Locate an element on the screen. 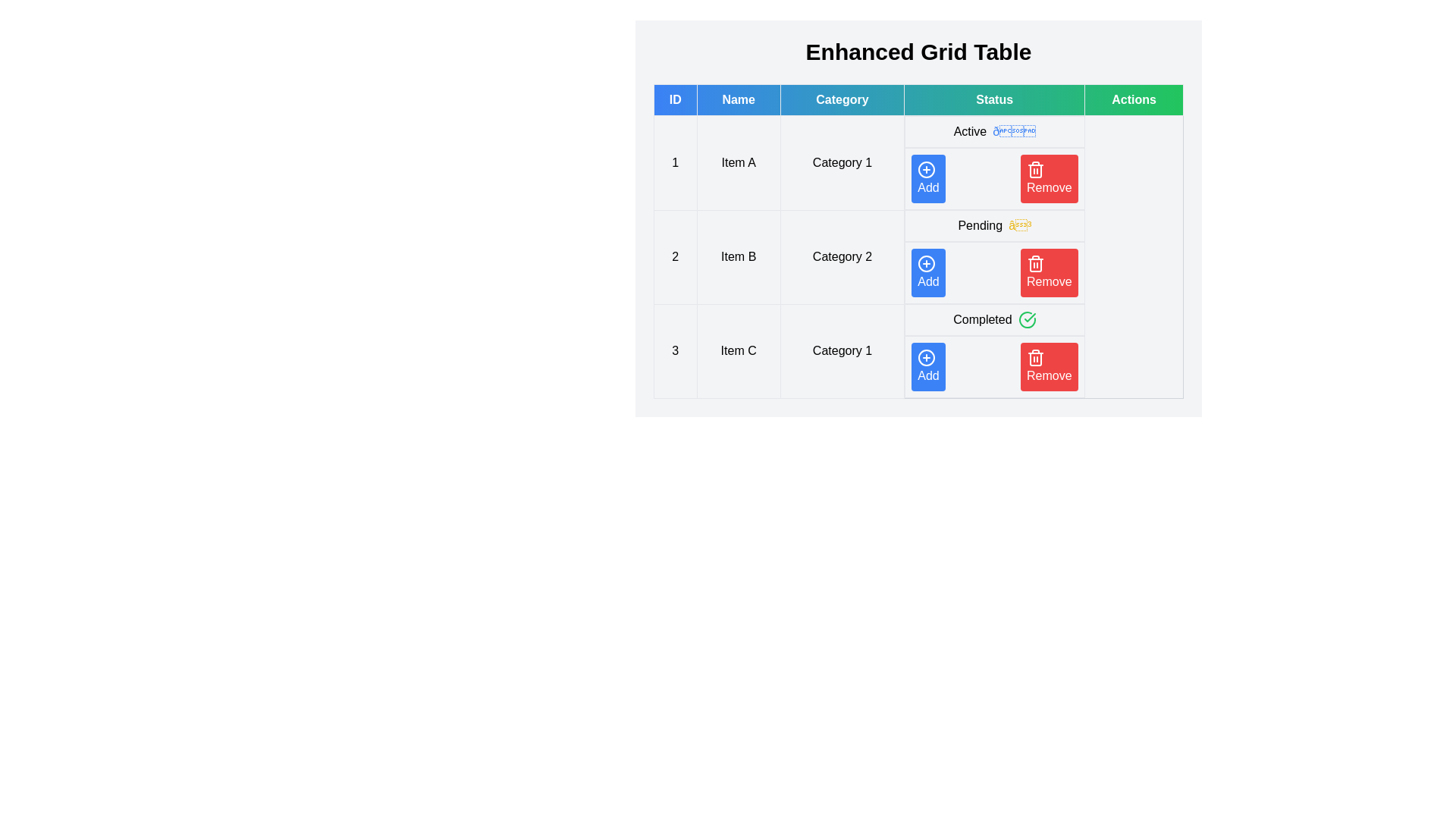 Image resolution: width=1456 pixels, height=819 pixels. the 'Remove' button for the row corresponding to 2 is located at coordinates (1048, 271).